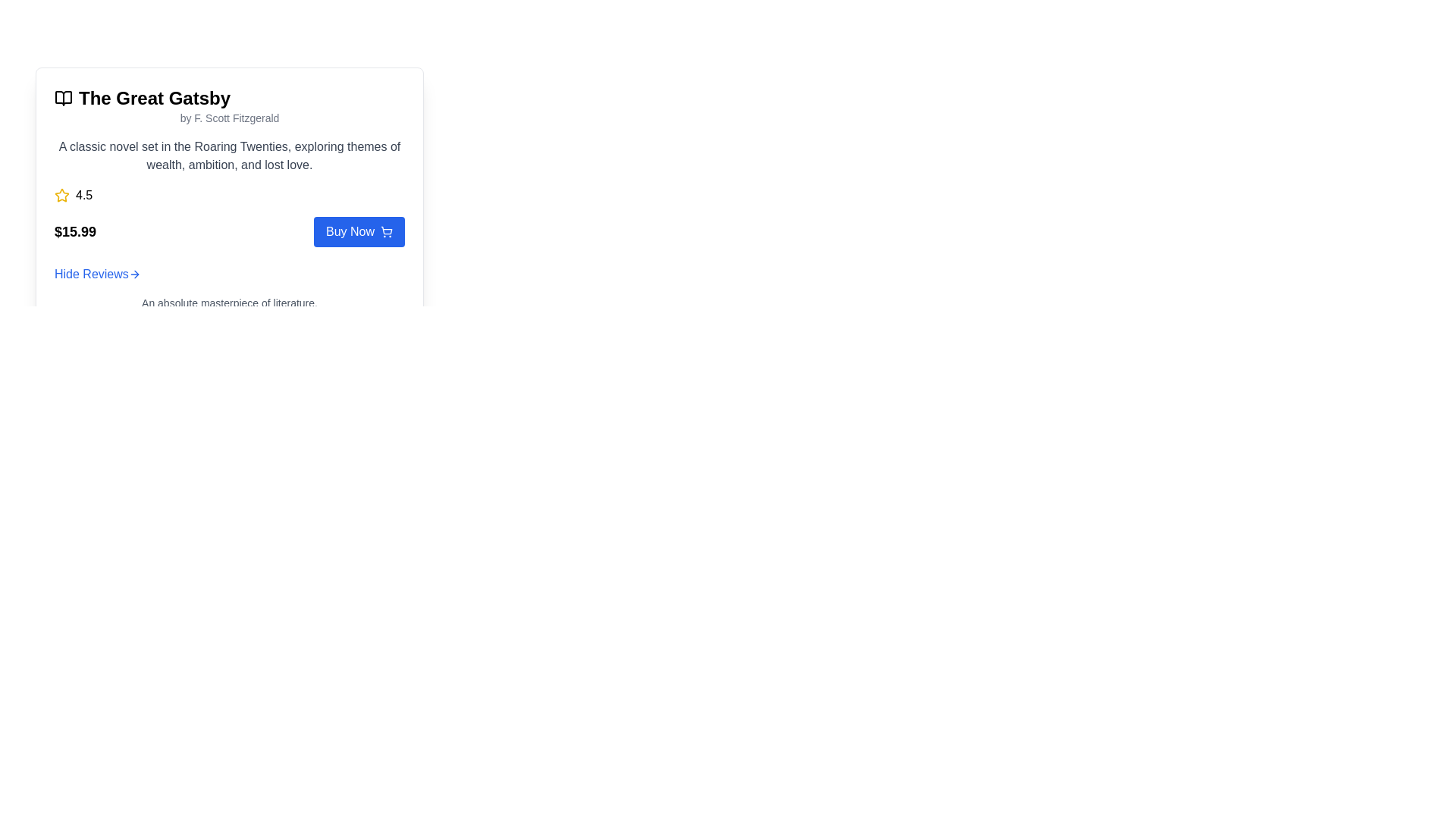 This screenshot has height=819, width=1456. I want to click on the title of the section that prominently displays the book's name, located at the top of the boxed card interface, so click(228, 99).